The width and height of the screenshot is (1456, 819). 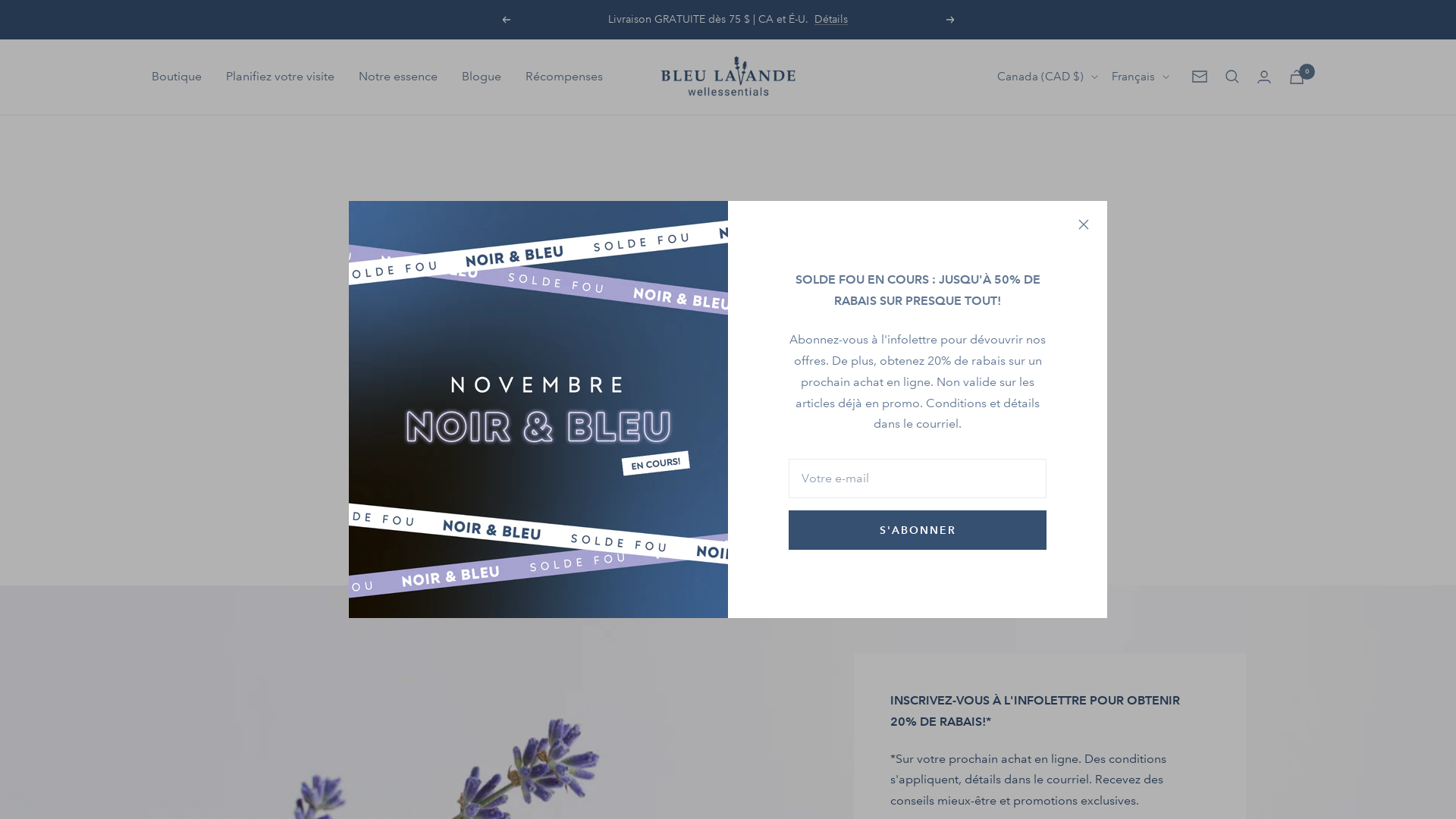 I want to click on 'Fermer', so click(x=1083, y=224).